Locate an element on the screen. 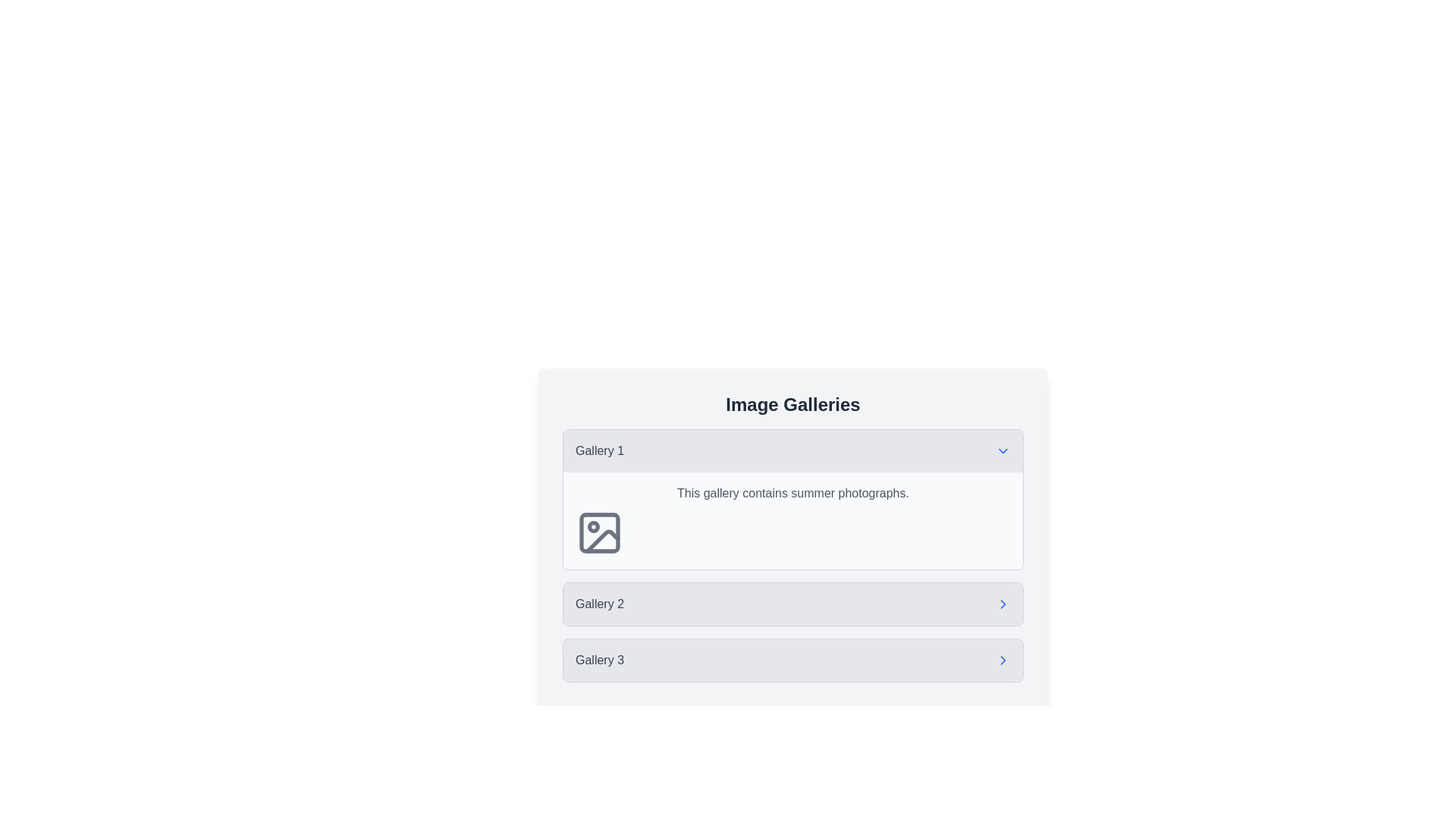  the chevron icon located to the right of 'Gallery 2' is located at coordinates (1003, 604).